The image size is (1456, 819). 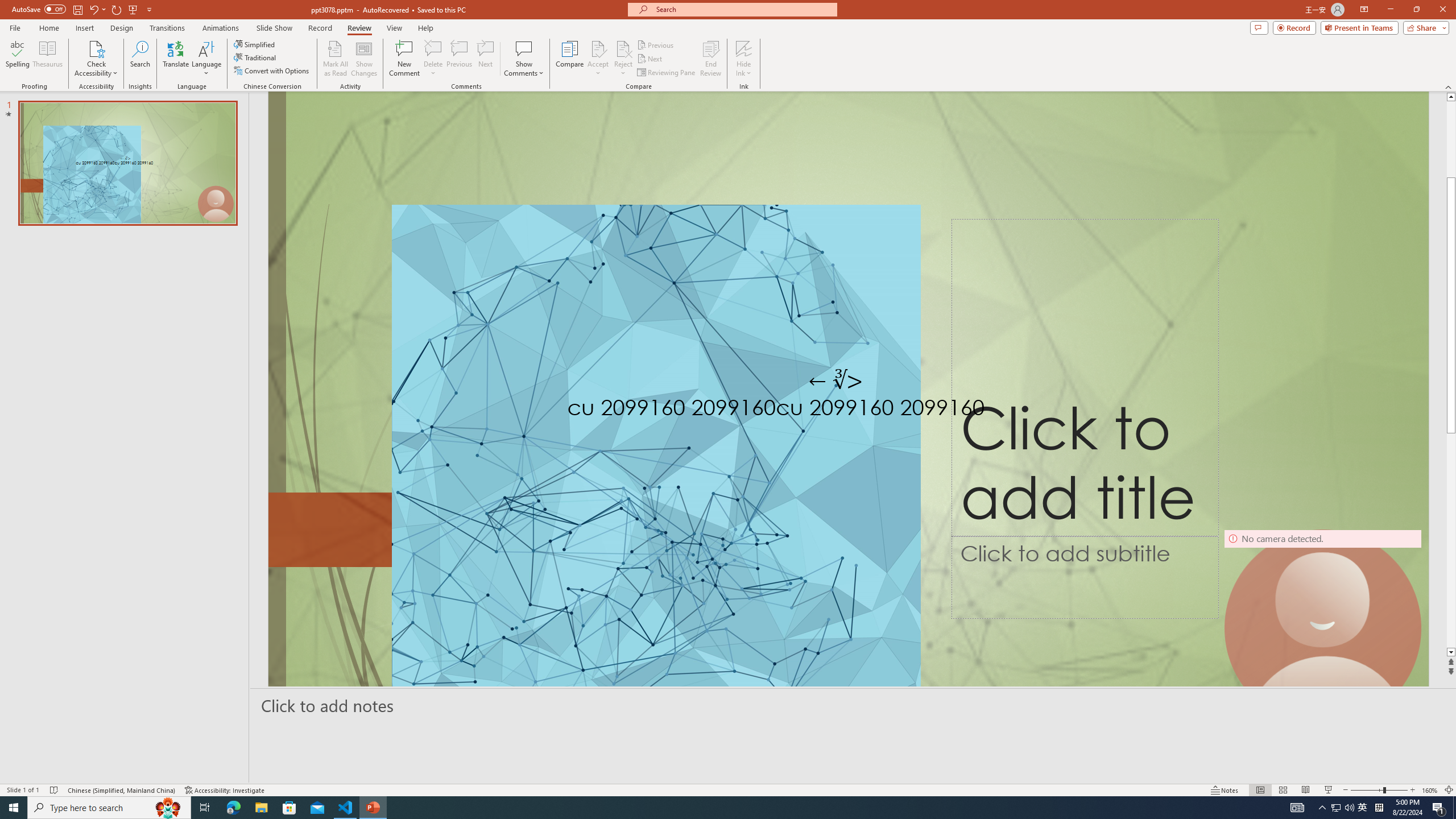 I want to click on 'Comments', so click(x=1259, y=27).